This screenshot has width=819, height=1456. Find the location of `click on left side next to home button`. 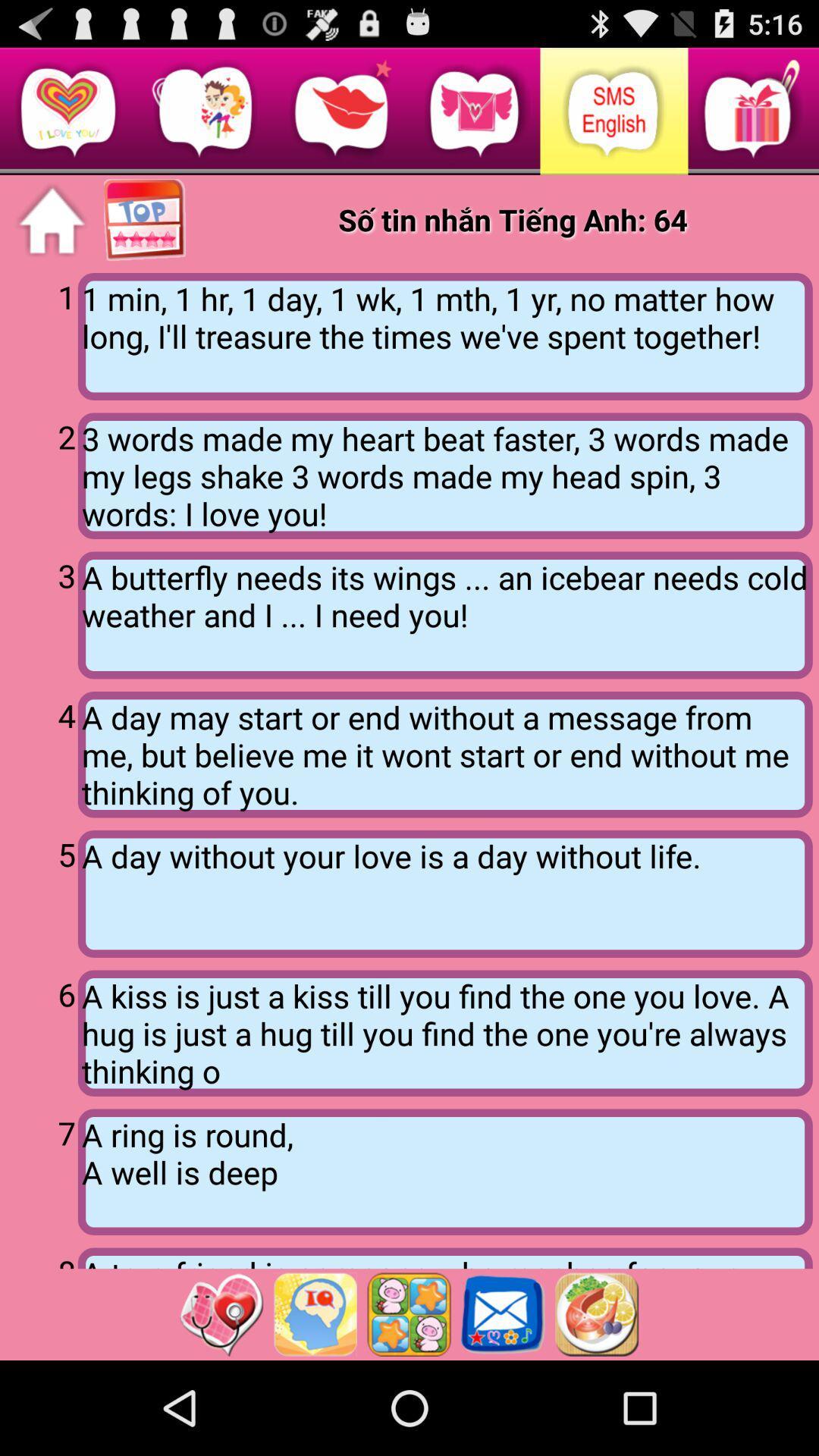

click on left side next to home button is located at coordinates (146, 220).